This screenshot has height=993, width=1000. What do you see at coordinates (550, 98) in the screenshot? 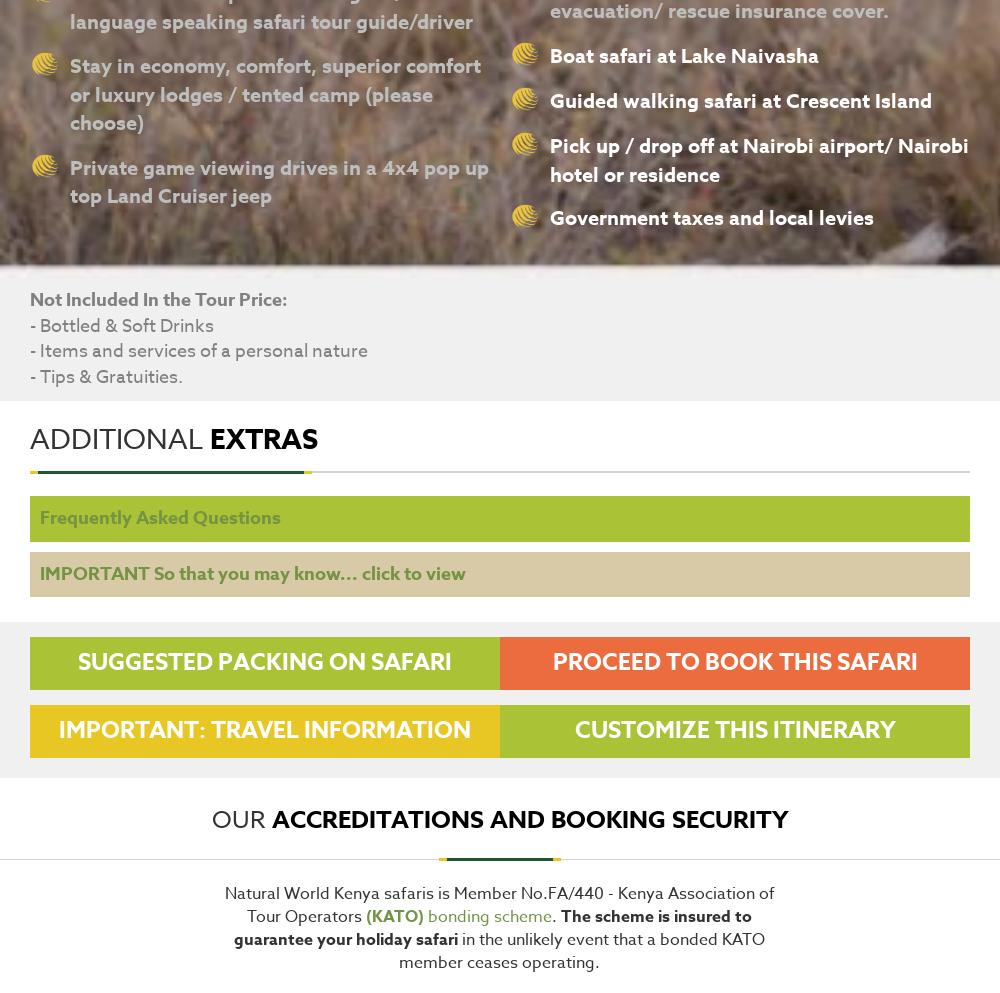
I see `'Guided walking safari at Crescent Island'` at bounding box center [550, 98].